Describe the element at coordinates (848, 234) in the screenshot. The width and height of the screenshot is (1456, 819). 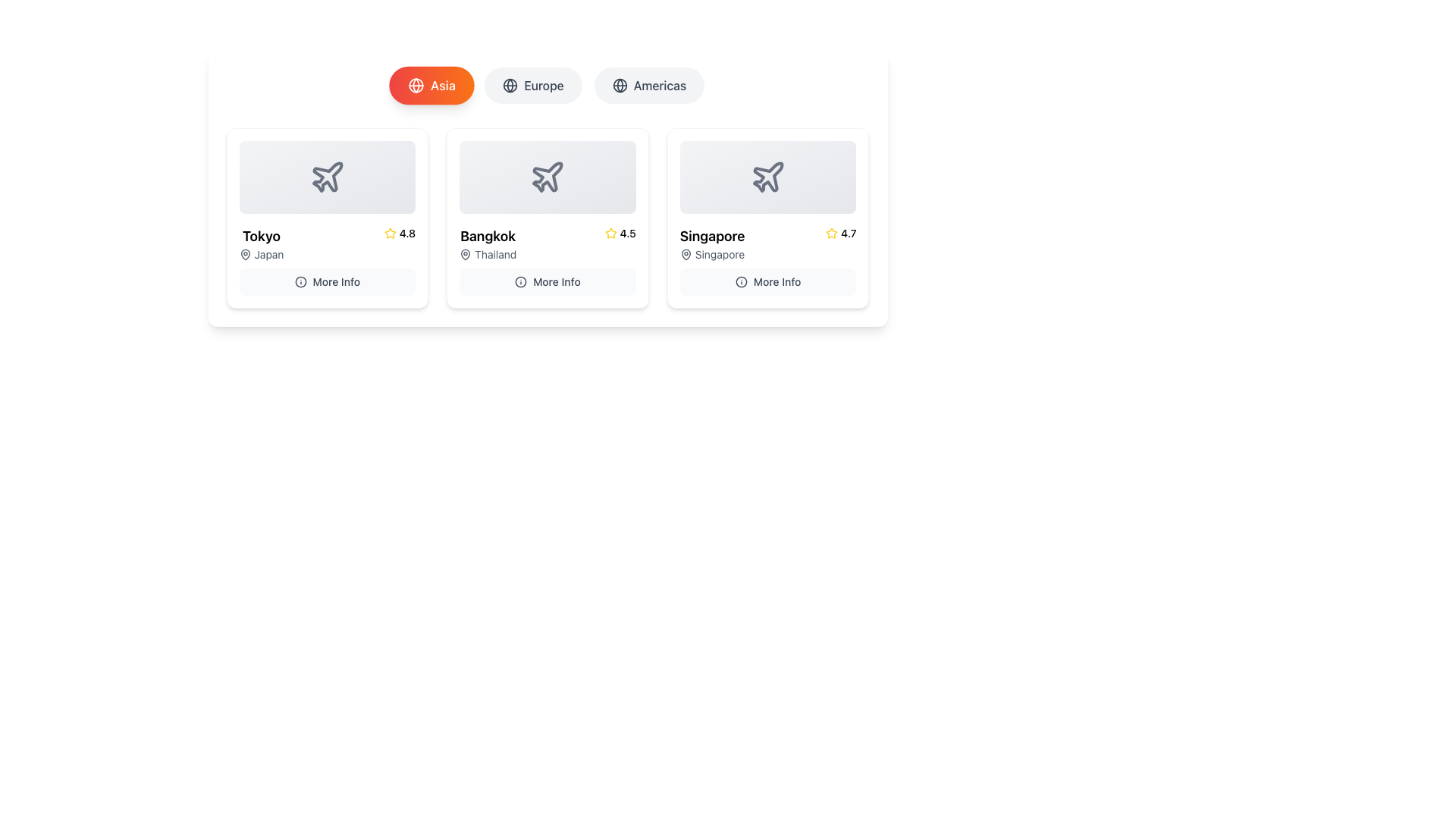
I see `the static text label displaying the numerical value '4.7', located to the right of the star icon under the 'Singapore' card in the list of destination cards` at that location.